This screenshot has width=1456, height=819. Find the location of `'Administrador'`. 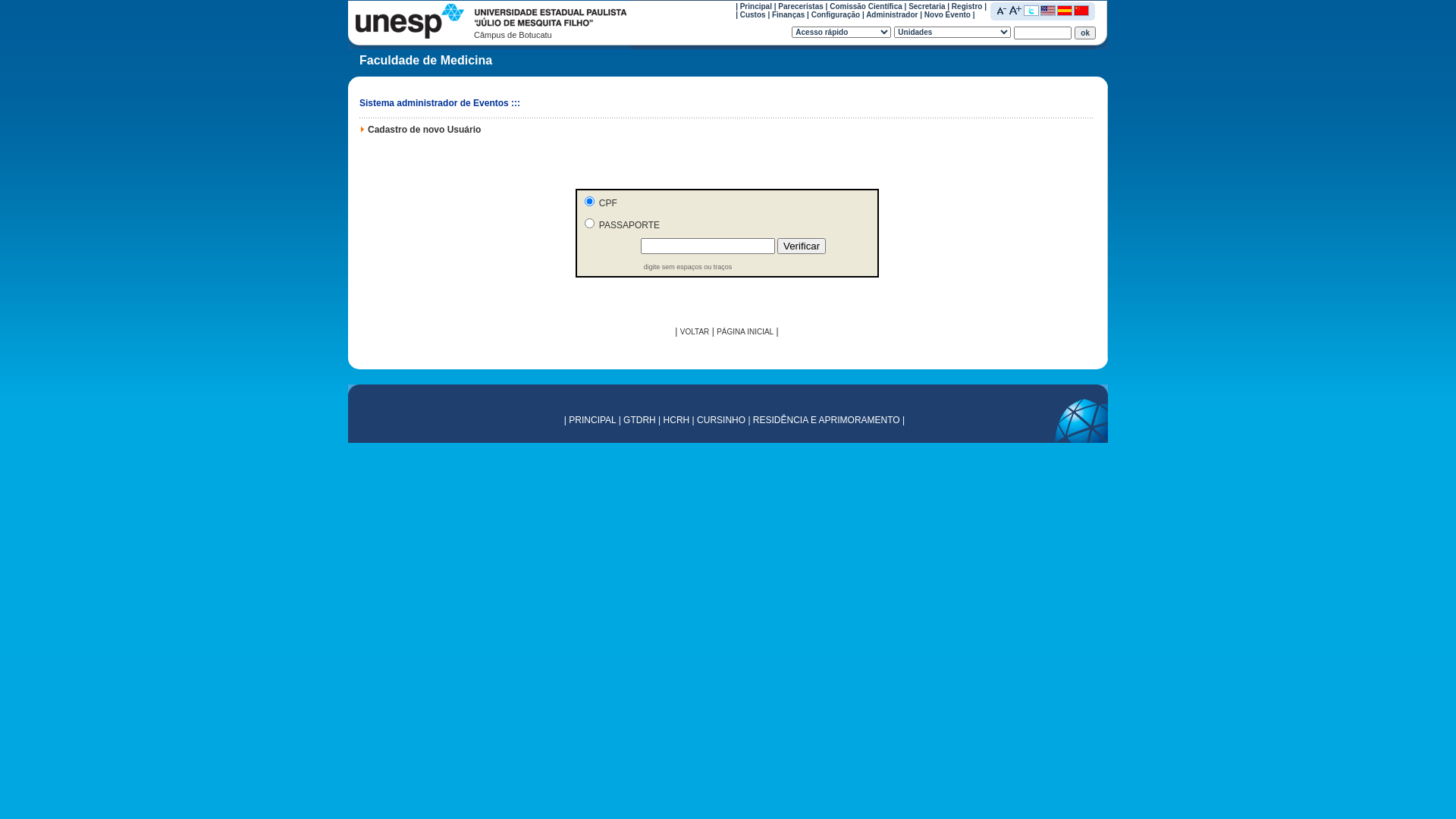

'Administrador' is located at coordinates (892, 14).